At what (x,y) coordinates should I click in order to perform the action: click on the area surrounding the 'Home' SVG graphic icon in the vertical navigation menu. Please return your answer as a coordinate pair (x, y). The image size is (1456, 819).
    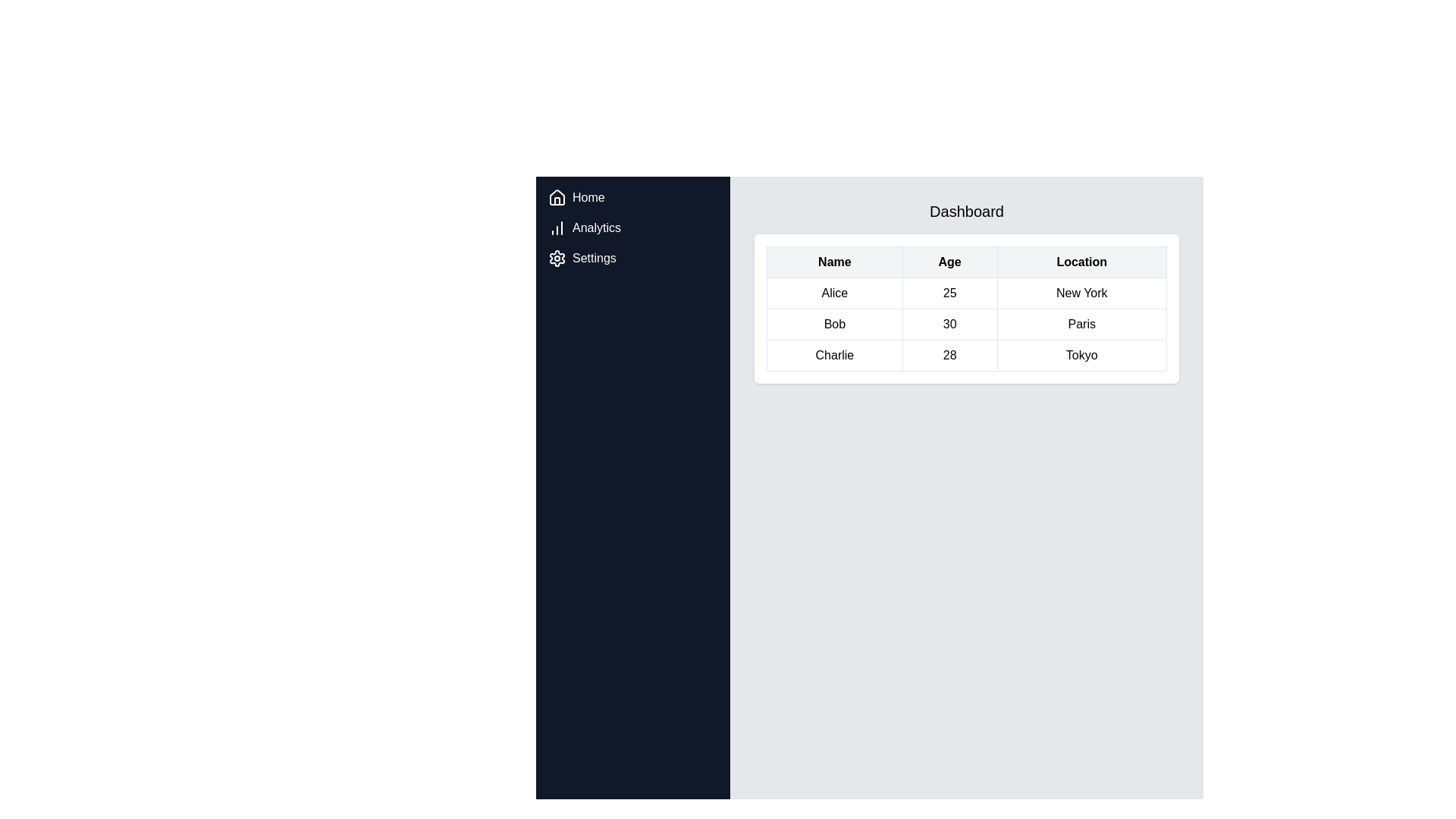
    Looking at the image, I should click on (556, 197).